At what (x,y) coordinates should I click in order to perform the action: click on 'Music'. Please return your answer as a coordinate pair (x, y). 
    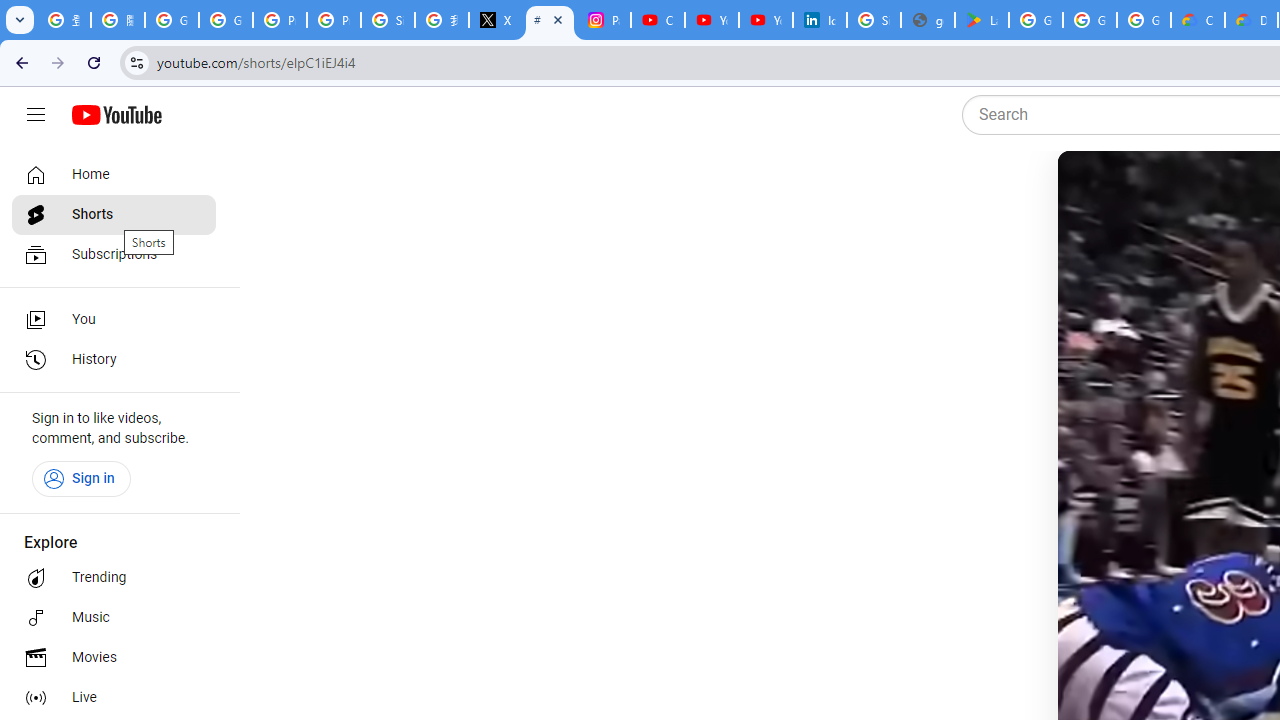
    Looking at the image, I should click on (112, 617).